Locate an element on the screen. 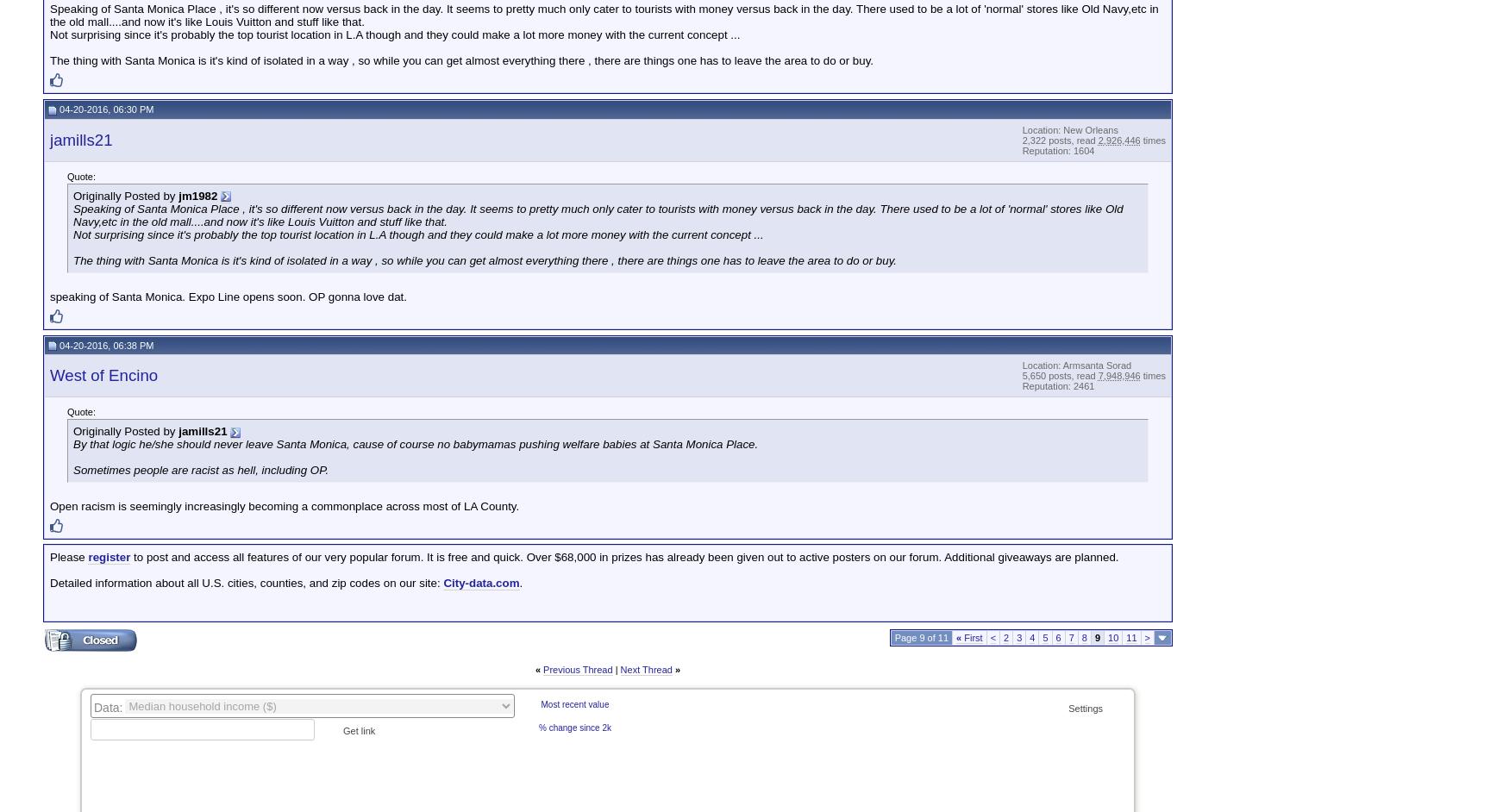  'Location: Armsanta Sorad' is located at coordinates (1076, 365).